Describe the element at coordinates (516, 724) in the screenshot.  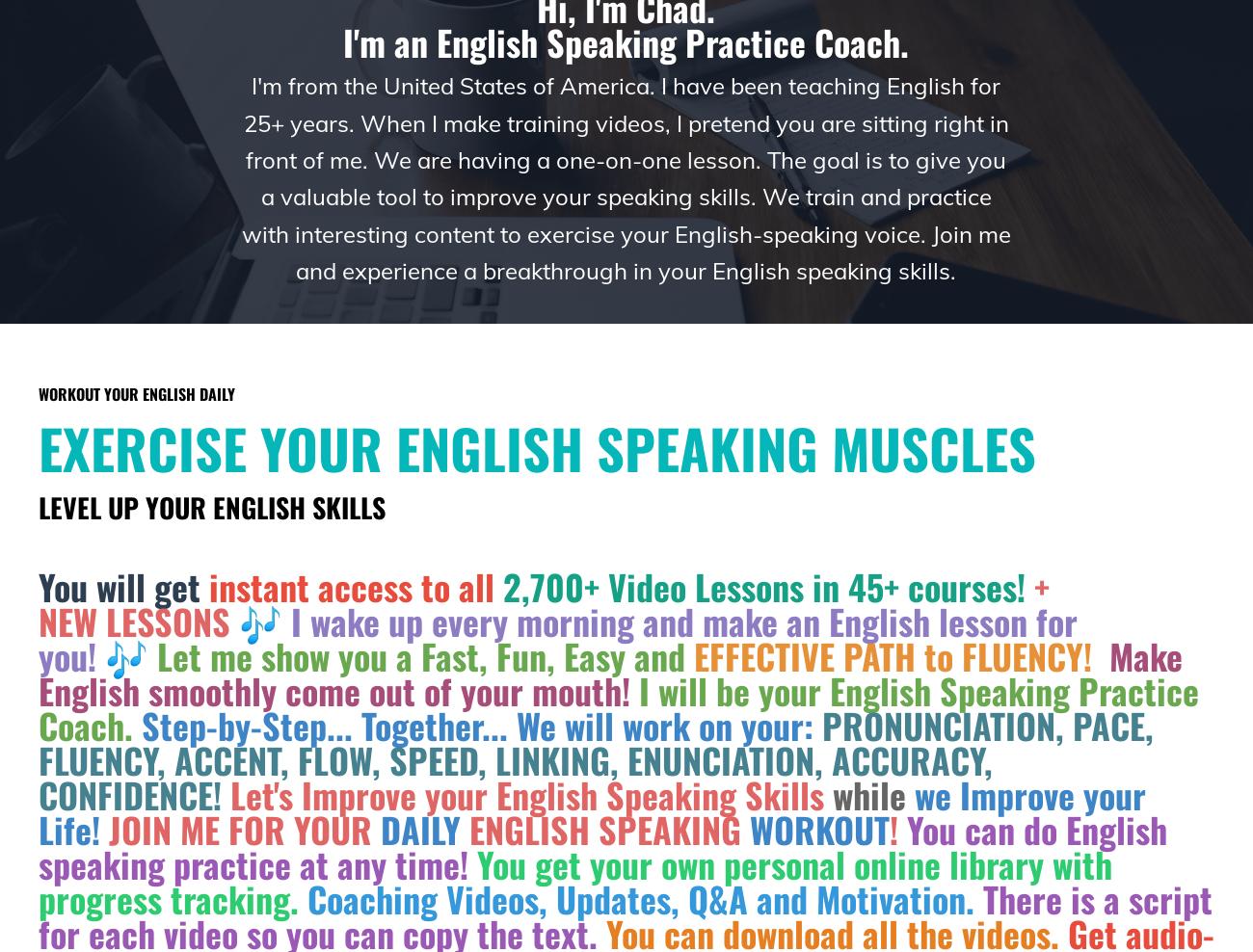
I see `'We will work on your:'` at that location.